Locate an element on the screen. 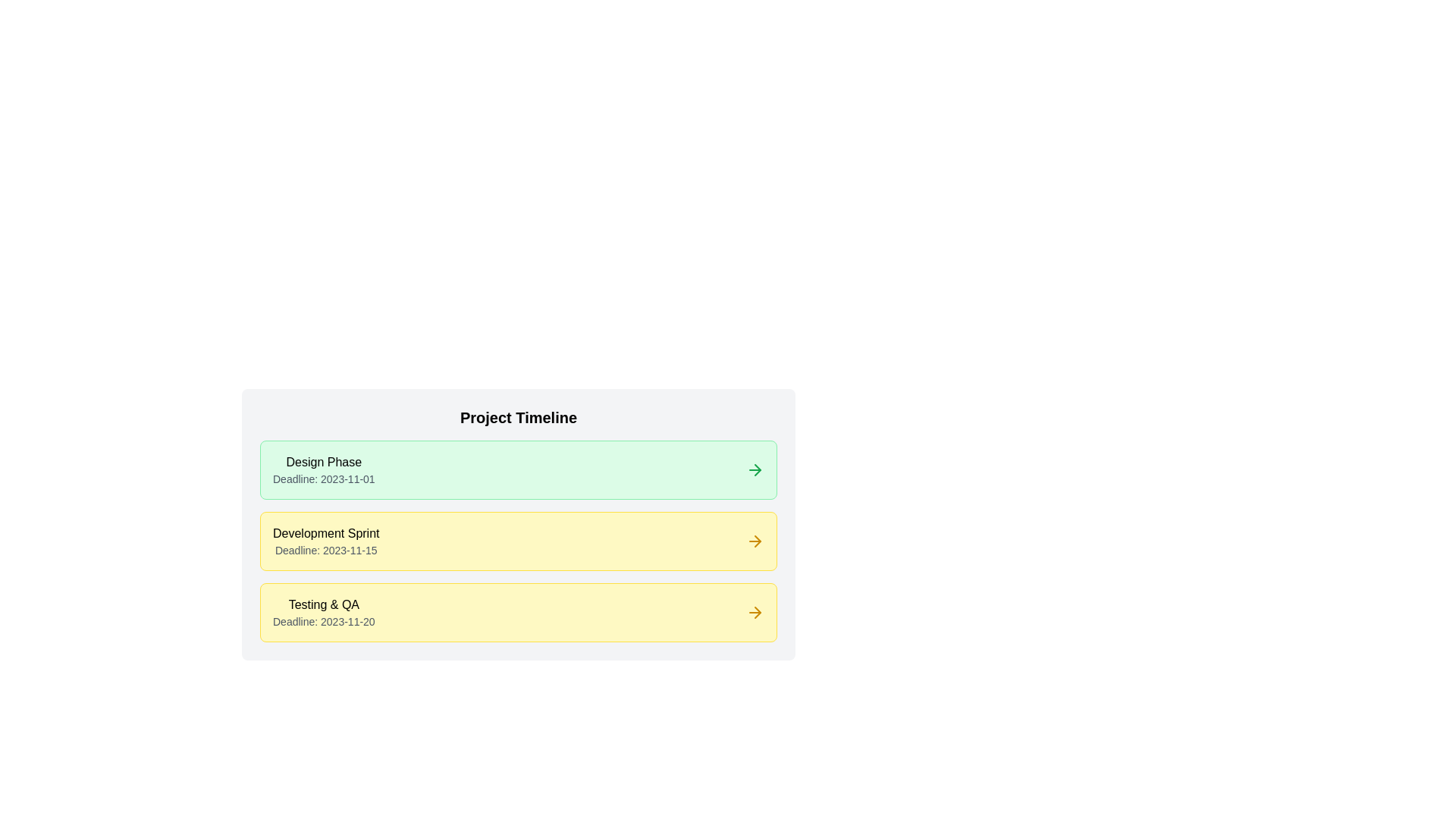  Text Label that serves as a descriptive title for its associated card in the project timeline section, located below the 'Project Timeline' title is located at coordinates (323, 461).